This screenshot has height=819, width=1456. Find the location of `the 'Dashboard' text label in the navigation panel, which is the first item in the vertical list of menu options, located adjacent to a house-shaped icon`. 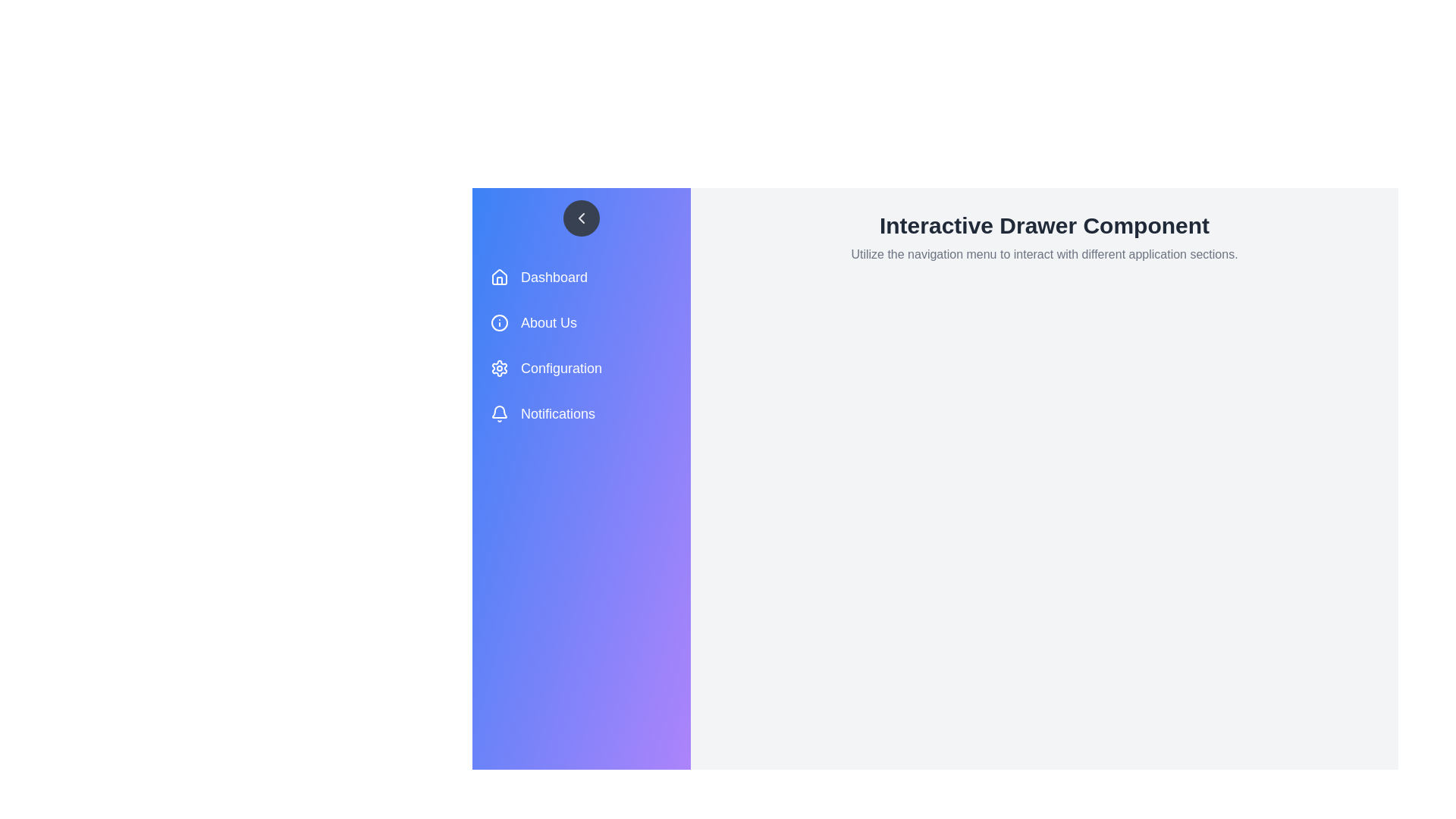

the 'Dashboard' text label in the navigation panel, which is the first item in the vertical list of menu options, located adjacent to a house-shaped icon is located at coordinates (553, 278).